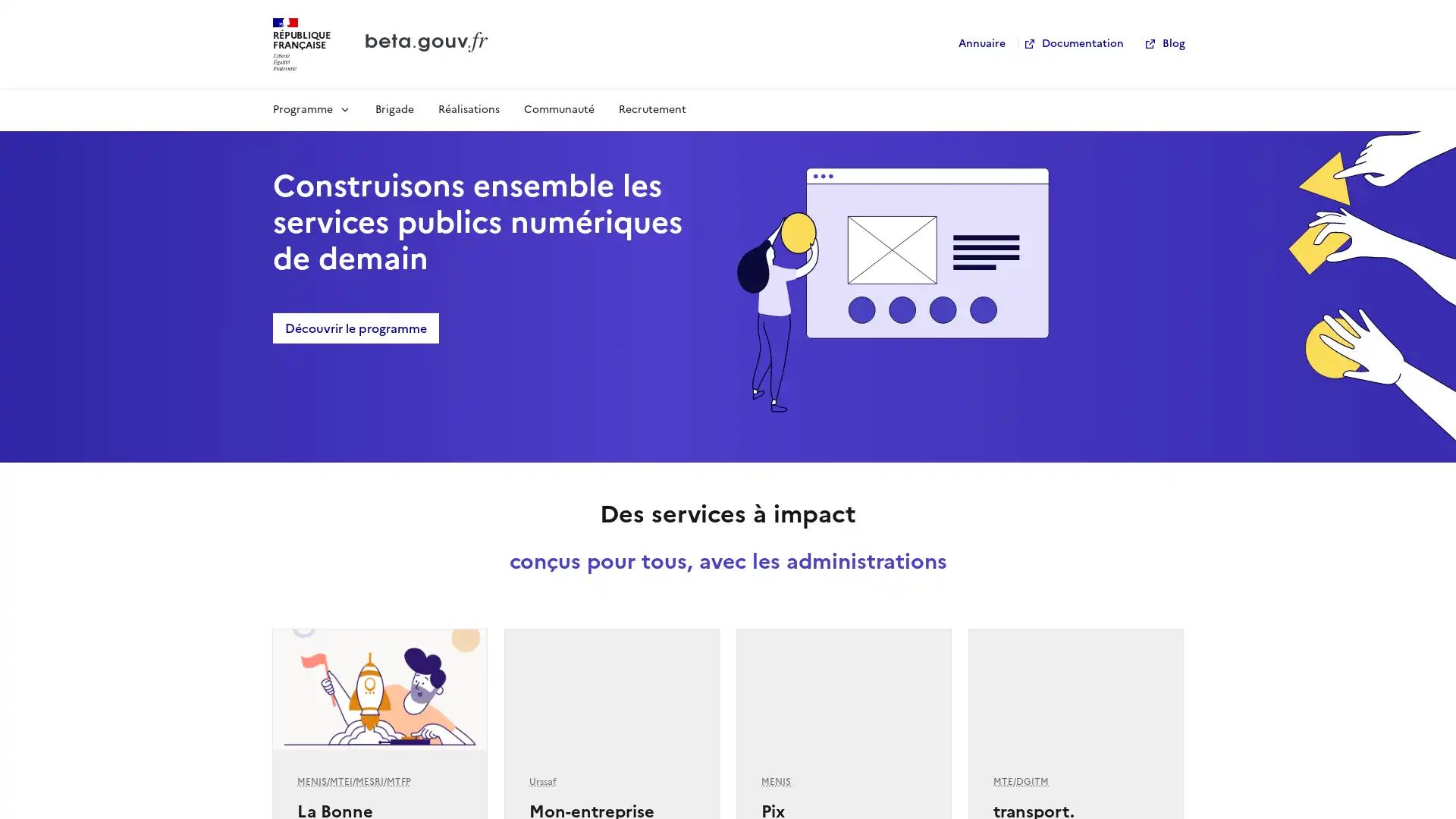 This screenshot has width=1456, height=819. What do you see at coordinates (311, 108) in the screenshot?
I see `Programme` at bounding box center [311, 108].